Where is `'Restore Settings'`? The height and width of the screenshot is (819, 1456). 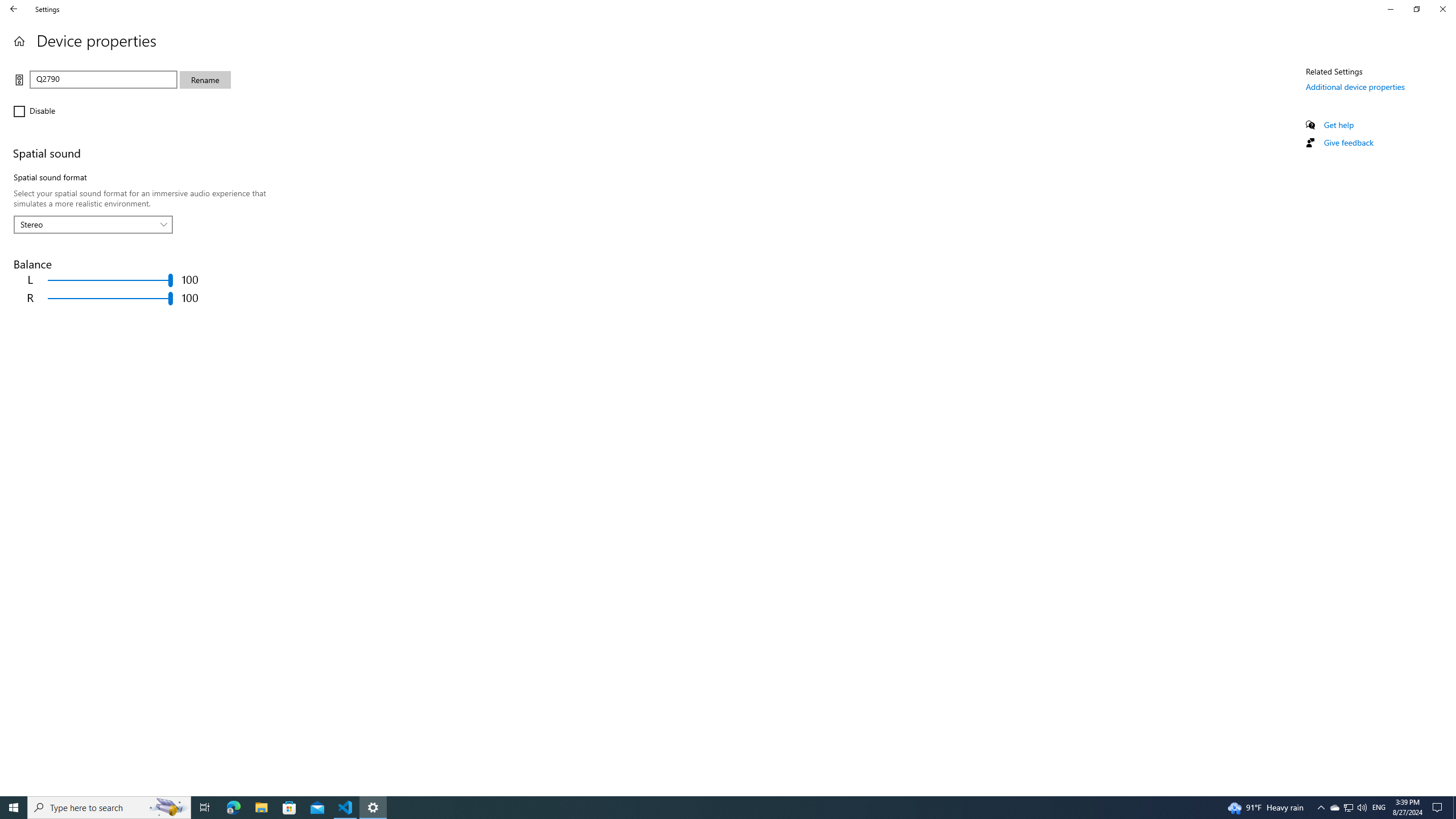
'Restore Settings' is located at coordinates (1416, 9).